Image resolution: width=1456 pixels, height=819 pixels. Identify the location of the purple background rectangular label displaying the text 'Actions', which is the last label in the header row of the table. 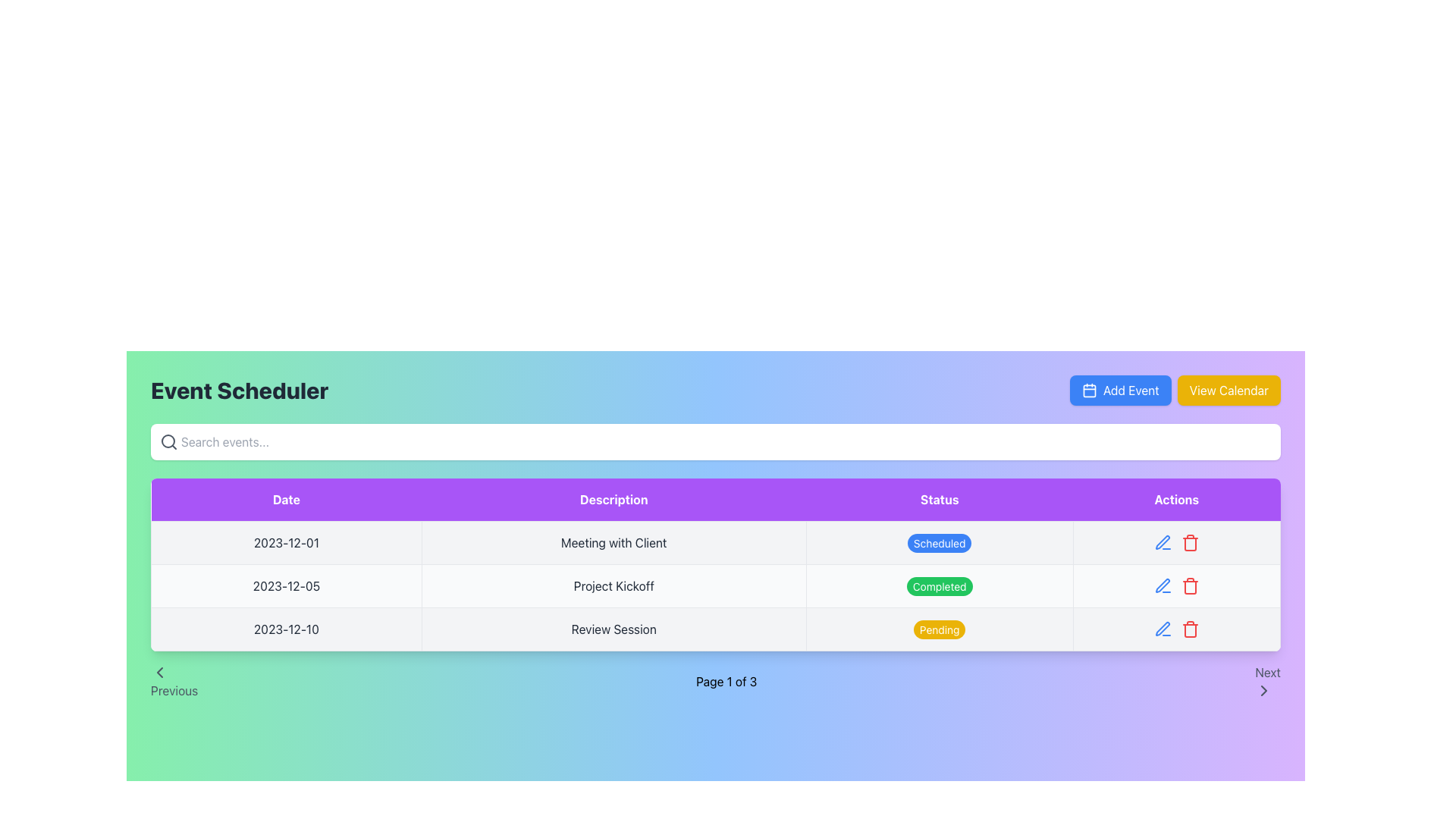
(1175, 500).